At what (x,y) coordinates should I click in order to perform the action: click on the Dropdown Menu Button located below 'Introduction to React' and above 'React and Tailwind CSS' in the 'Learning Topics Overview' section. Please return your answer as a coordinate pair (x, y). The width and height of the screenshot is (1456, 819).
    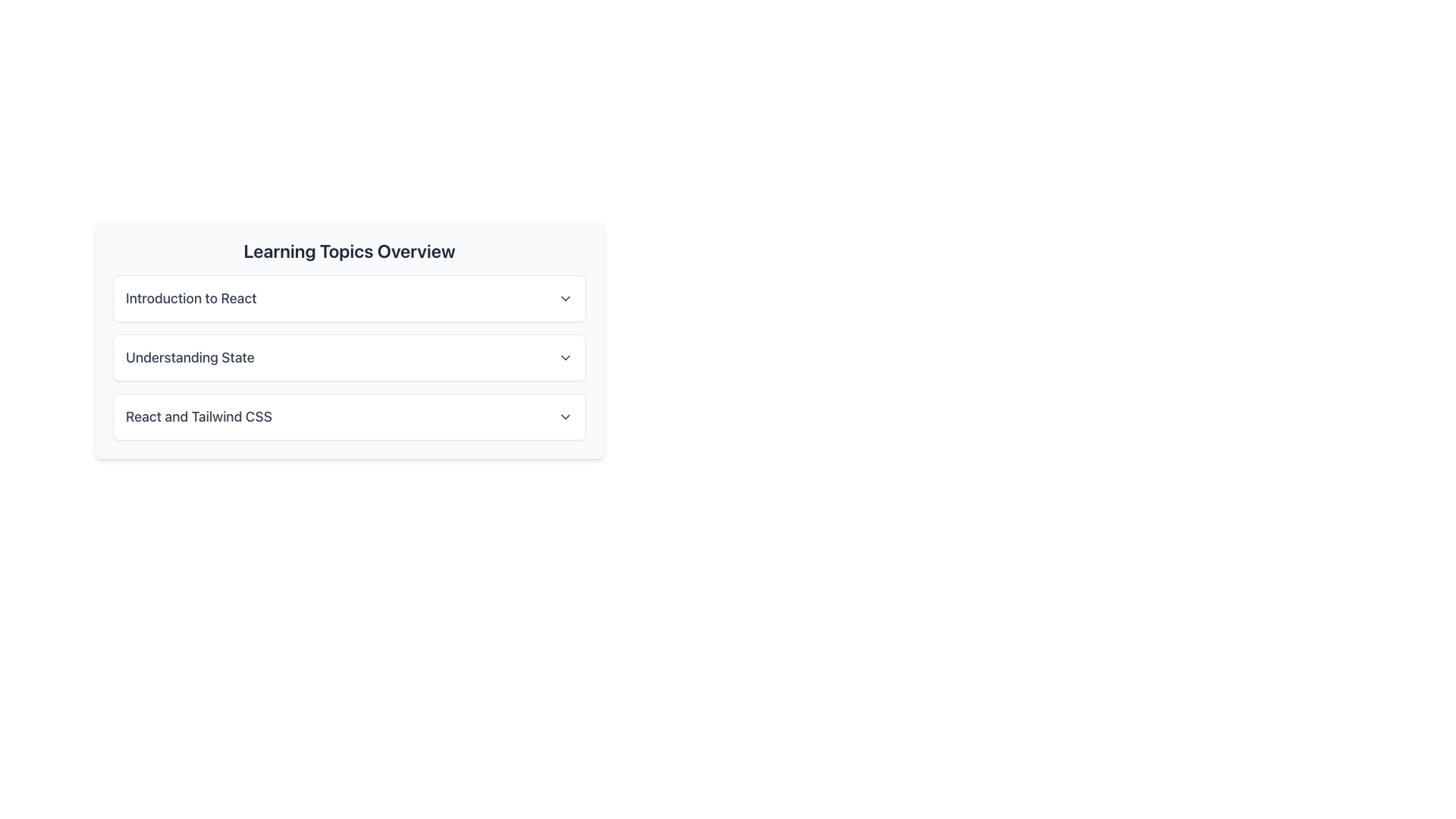
    Looking at the image, I should click on (348, 357).